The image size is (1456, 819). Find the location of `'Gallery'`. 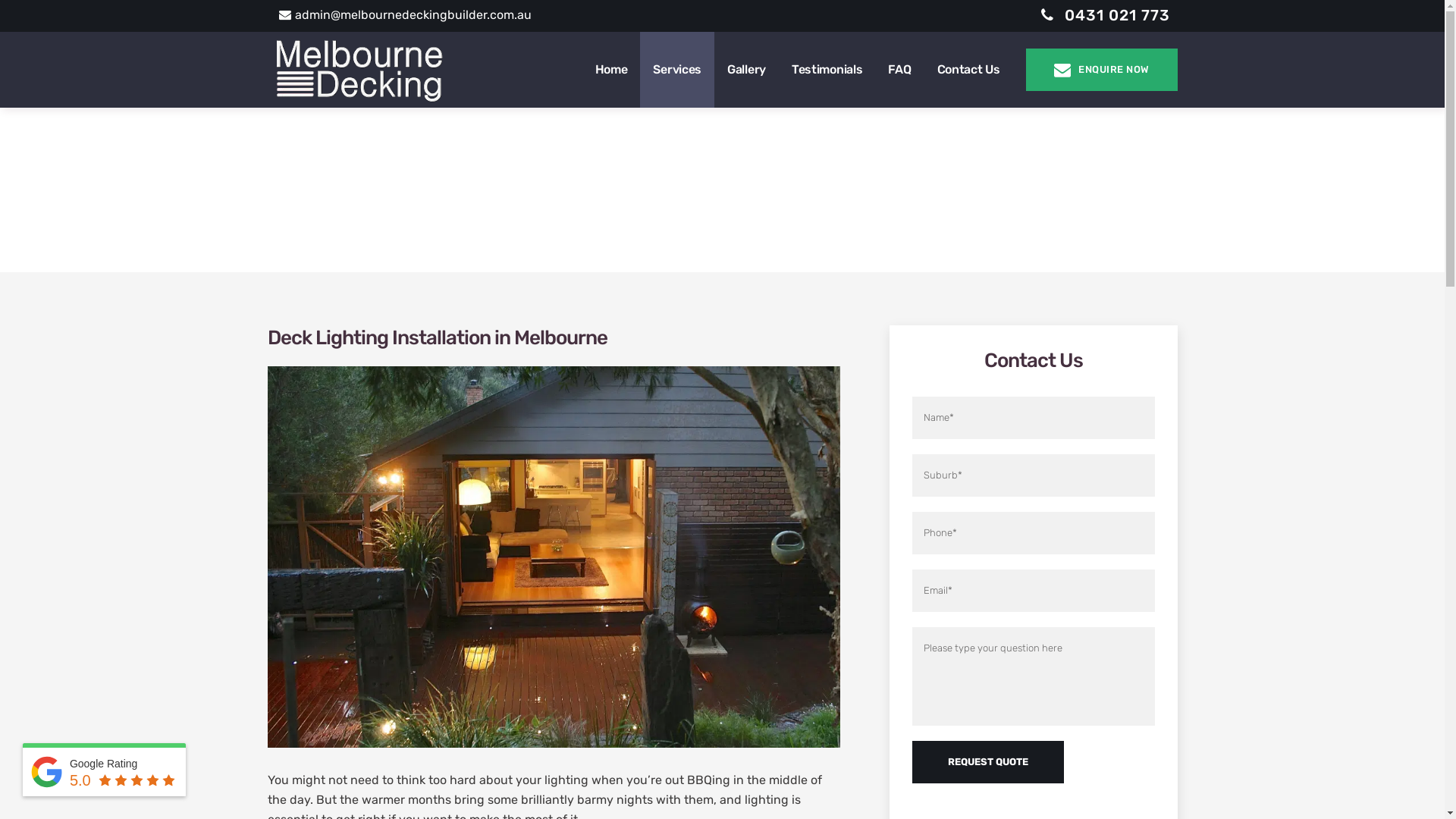

'Gallery' is located at coordinates (746, 70).